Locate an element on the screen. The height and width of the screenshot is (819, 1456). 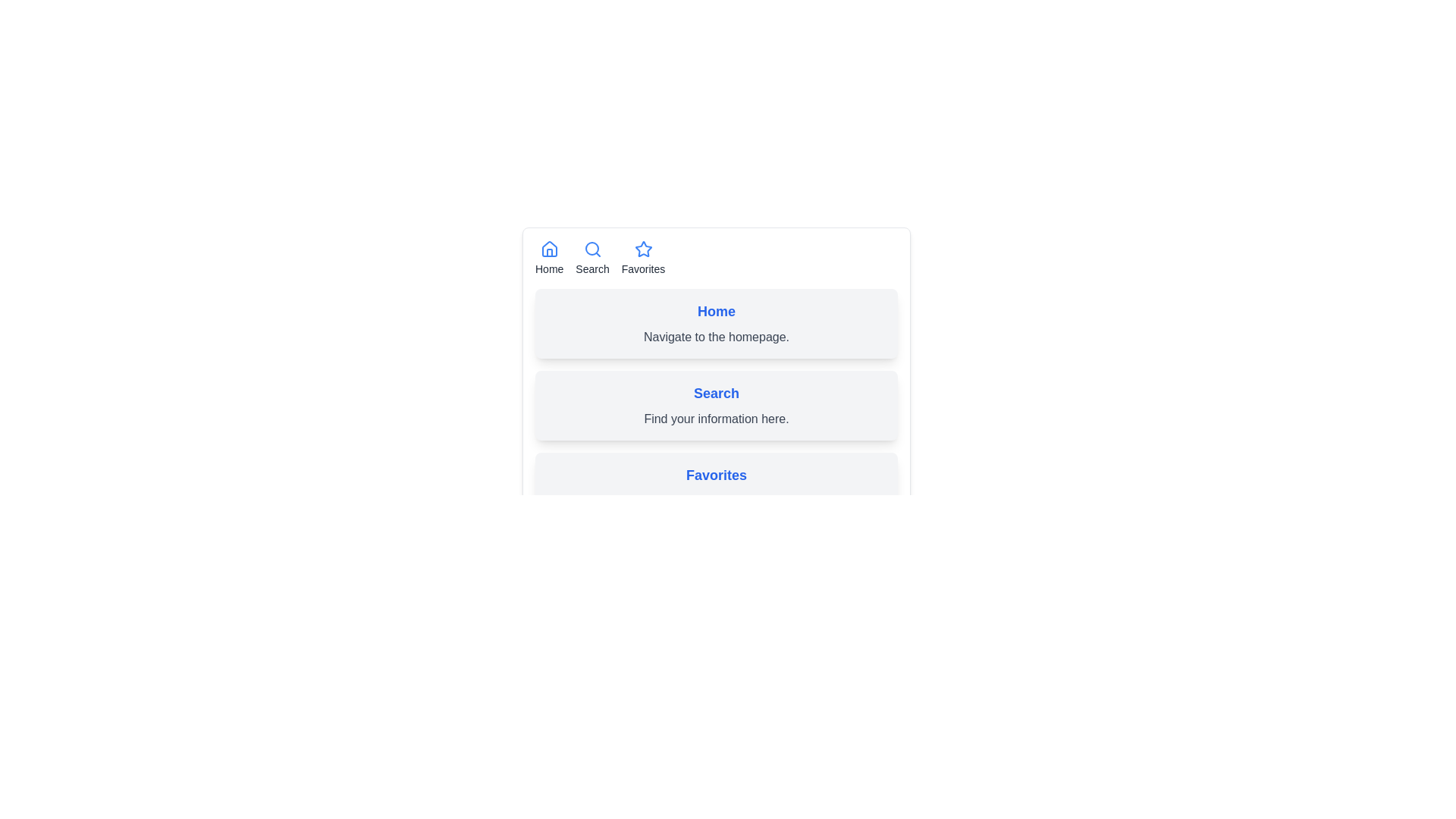
the Text Label for the Favorites section in the navigation menu, located below the star icon and positioned in the top center of the interface is located at coordinates (643, 268).